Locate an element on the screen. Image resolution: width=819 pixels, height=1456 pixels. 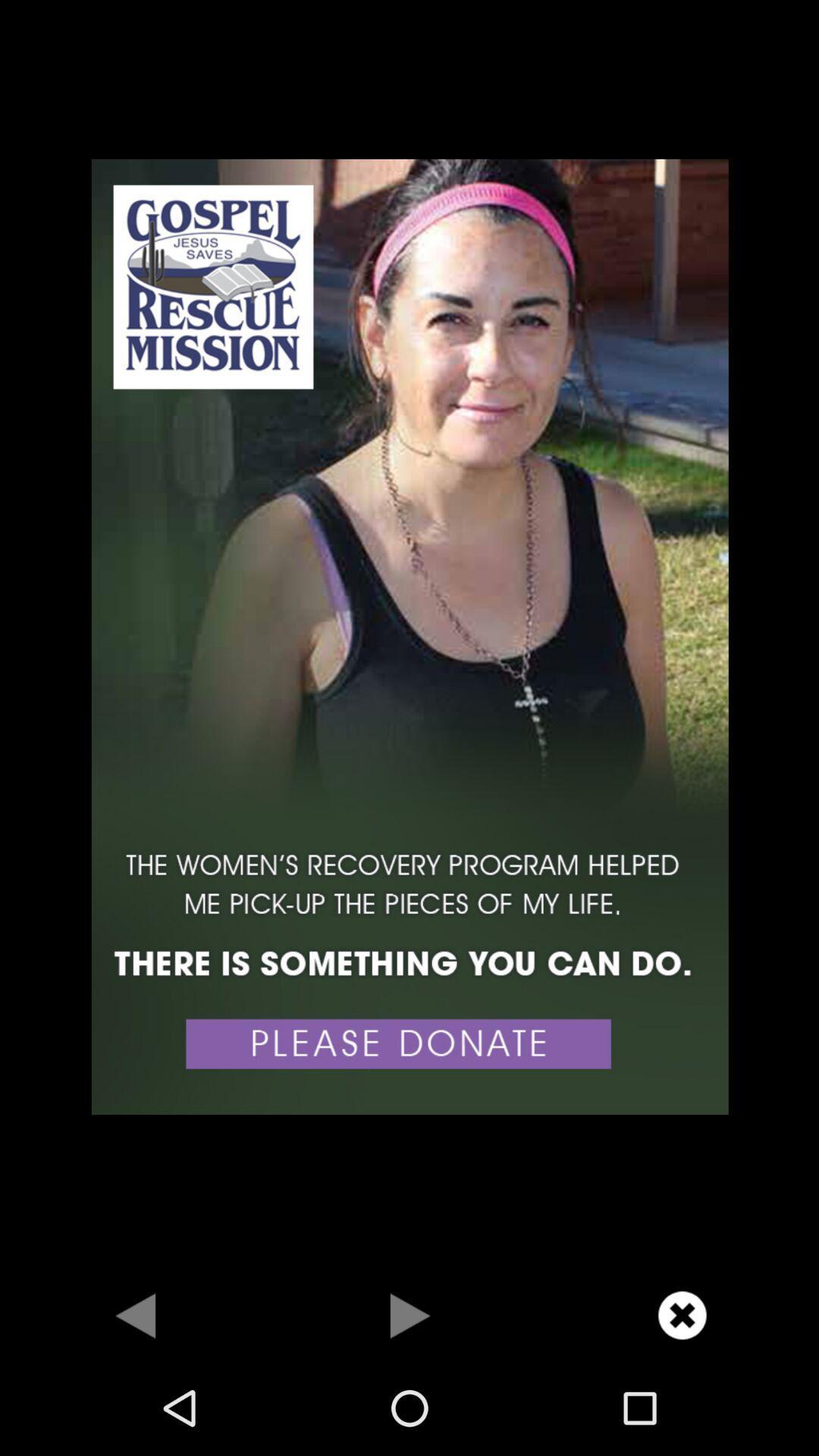
go forward is located at coordinates (409, 1314).